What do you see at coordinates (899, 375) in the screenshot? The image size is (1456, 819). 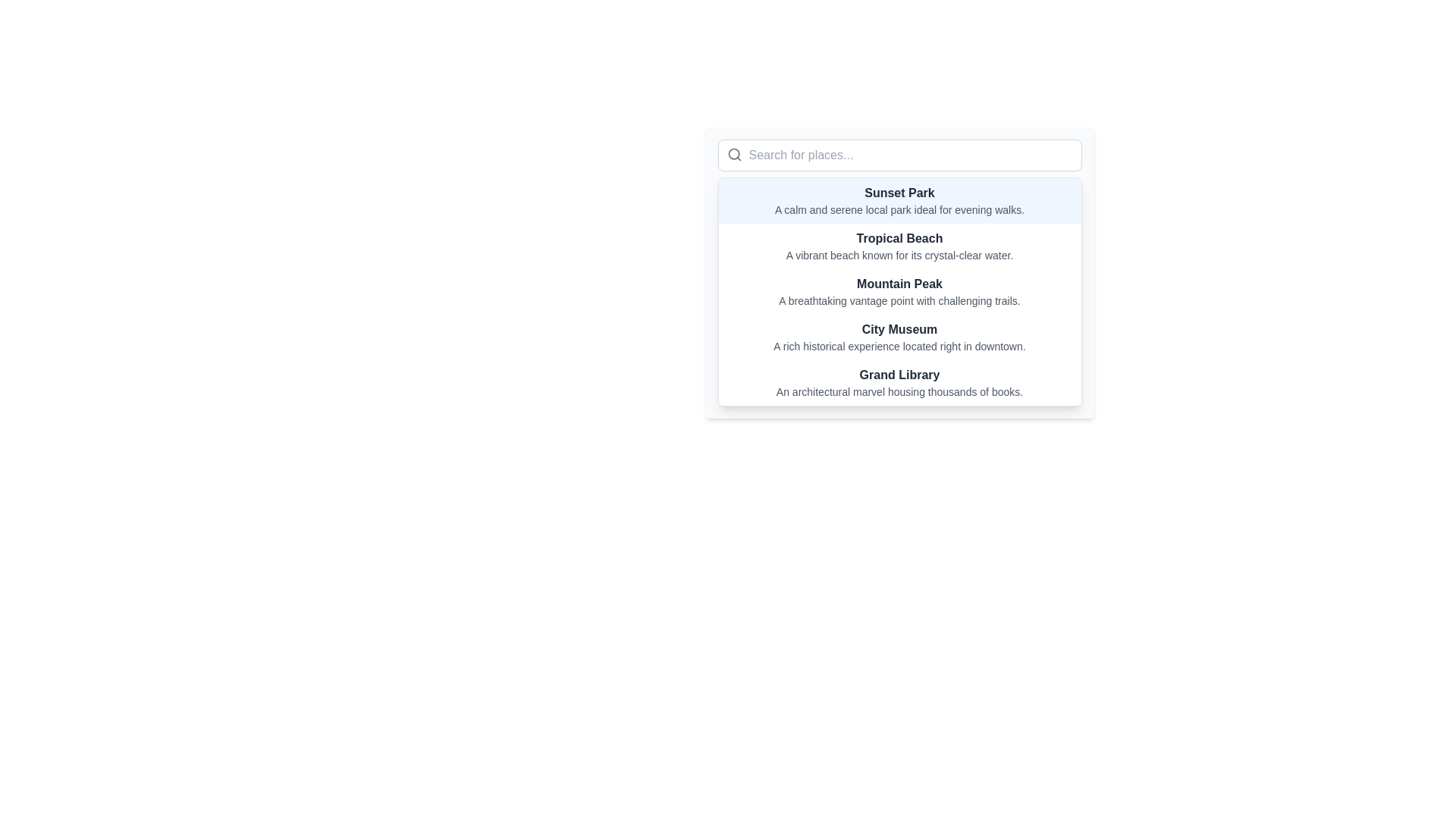 I see `the bold text label 'Grand Library', which is styled with a larger font size and dark gray color, located at the bottom of a scrollable list of places` at bounding box center [899, 375].